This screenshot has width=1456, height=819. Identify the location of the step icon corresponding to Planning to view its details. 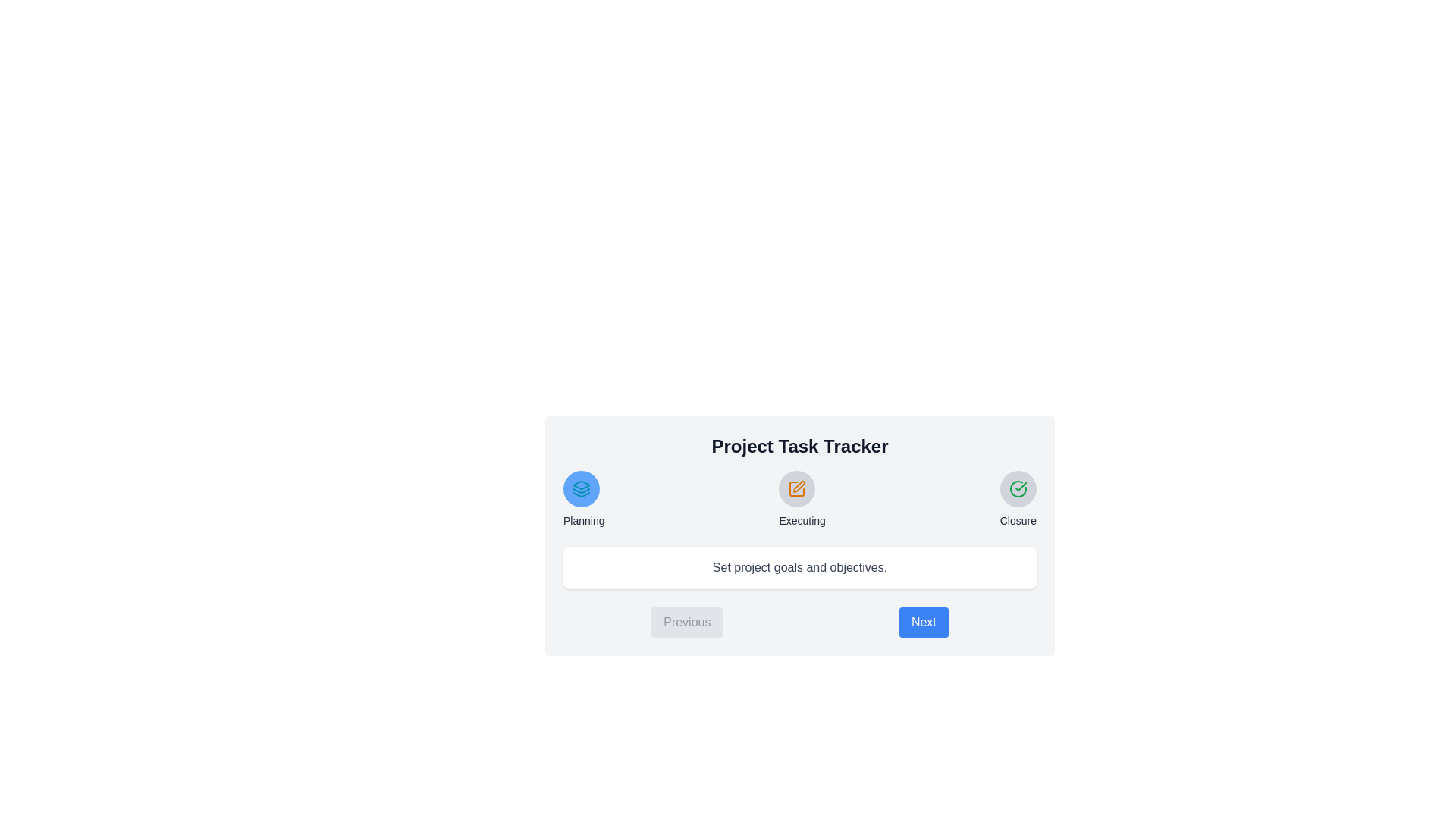
(581, 488).